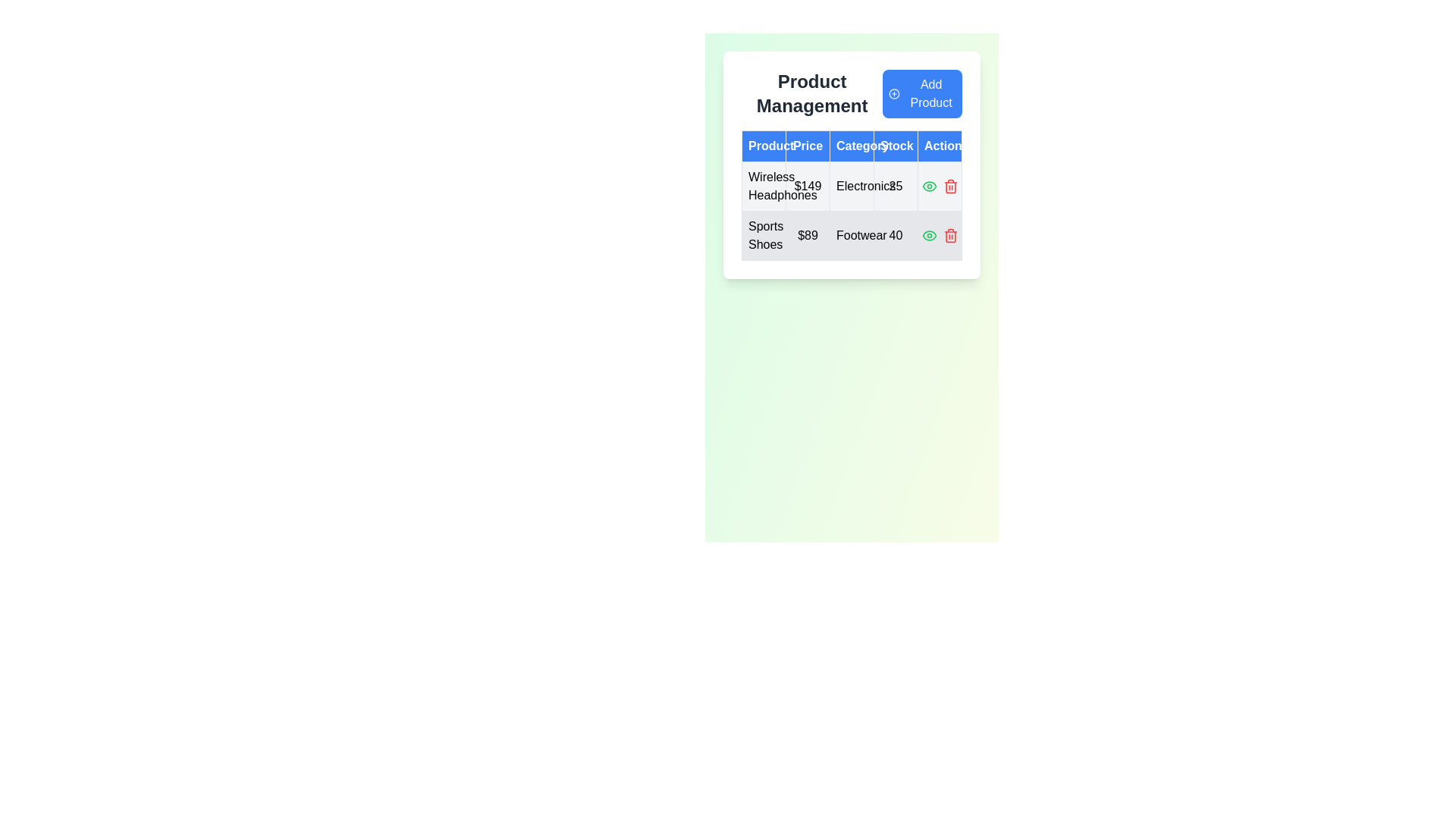  What do you see at coordinates (764, 146) in the screenshot?
I see `the contents of the header label indicating product names in the top-left corner of the table's header row` at bounding box center [764, 146].